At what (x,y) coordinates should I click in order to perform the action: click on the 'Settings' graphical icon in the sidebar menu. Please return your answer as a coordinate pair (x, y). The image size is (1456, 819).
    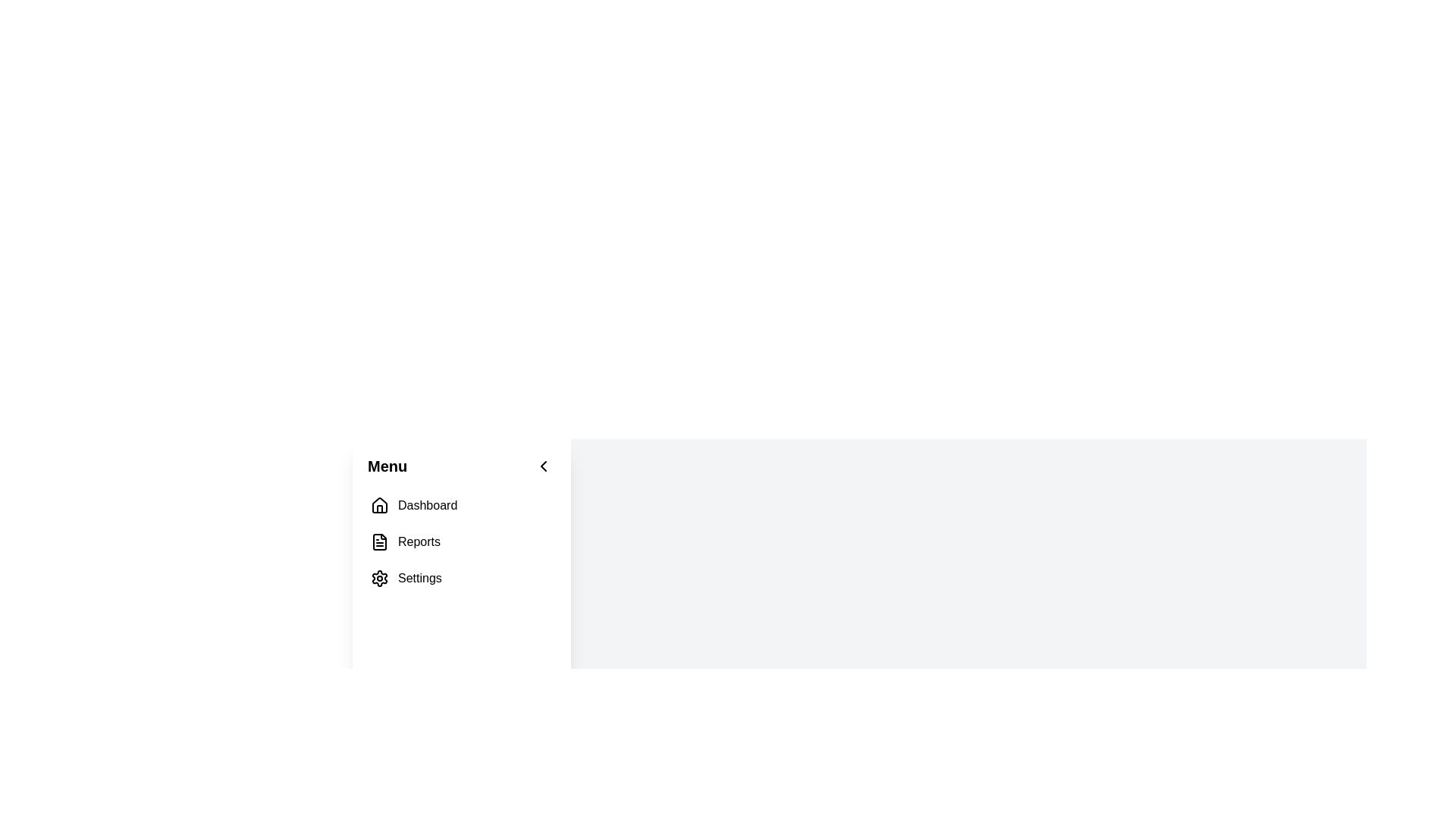
    Looking at the image, I should click on (379, 579).